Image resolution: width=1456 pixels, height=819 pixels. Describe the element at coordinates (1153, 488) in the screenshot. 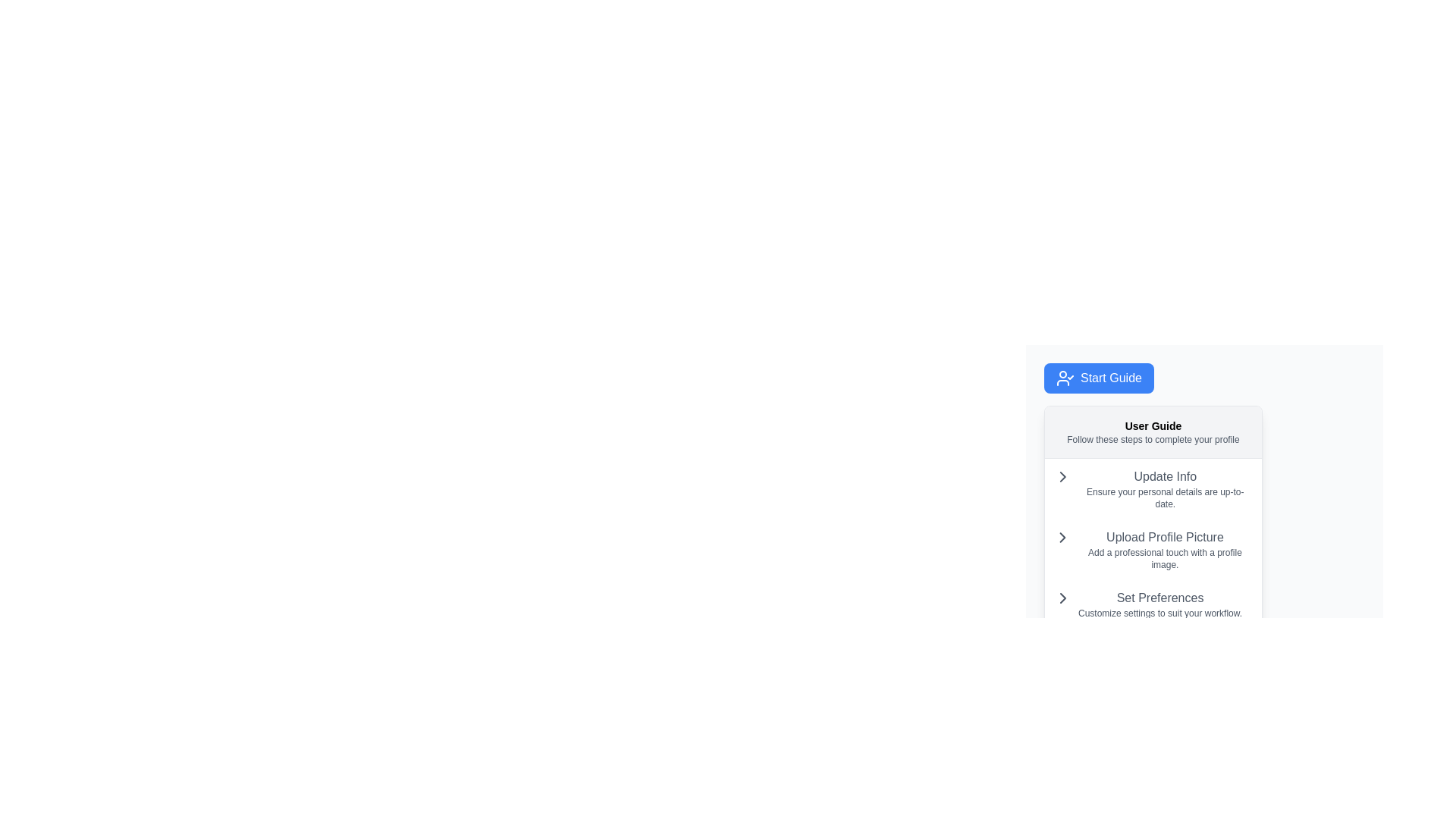

I see `the first clickable list item in the user guide section, which serves as an information update prompt and likely functions as a navigational link or button to edit personal details` at that location.